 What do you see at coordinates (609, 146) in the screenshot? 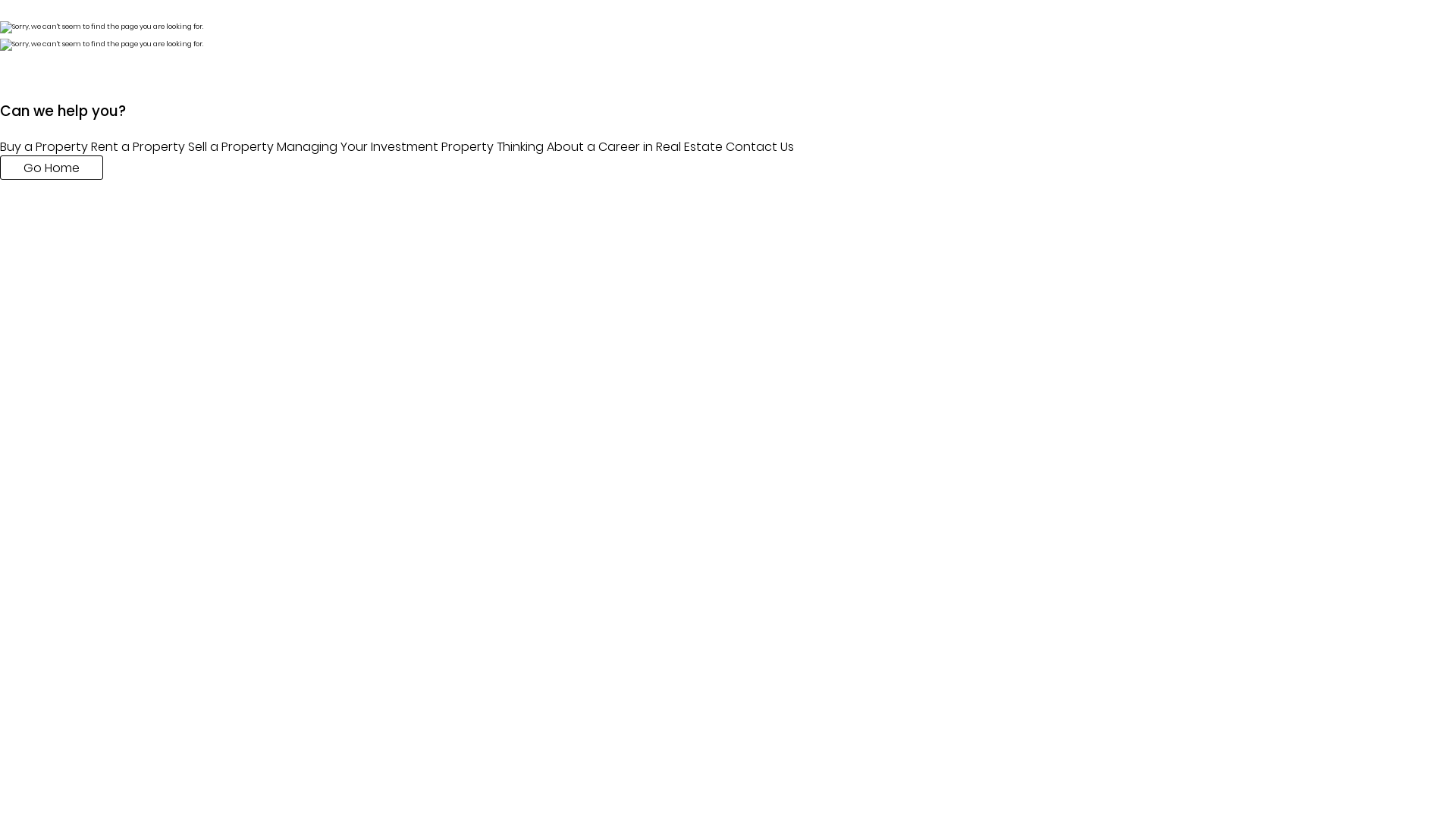
I see `'Thinking About a Career in Real Estate'` at bounding box center [609, 146].